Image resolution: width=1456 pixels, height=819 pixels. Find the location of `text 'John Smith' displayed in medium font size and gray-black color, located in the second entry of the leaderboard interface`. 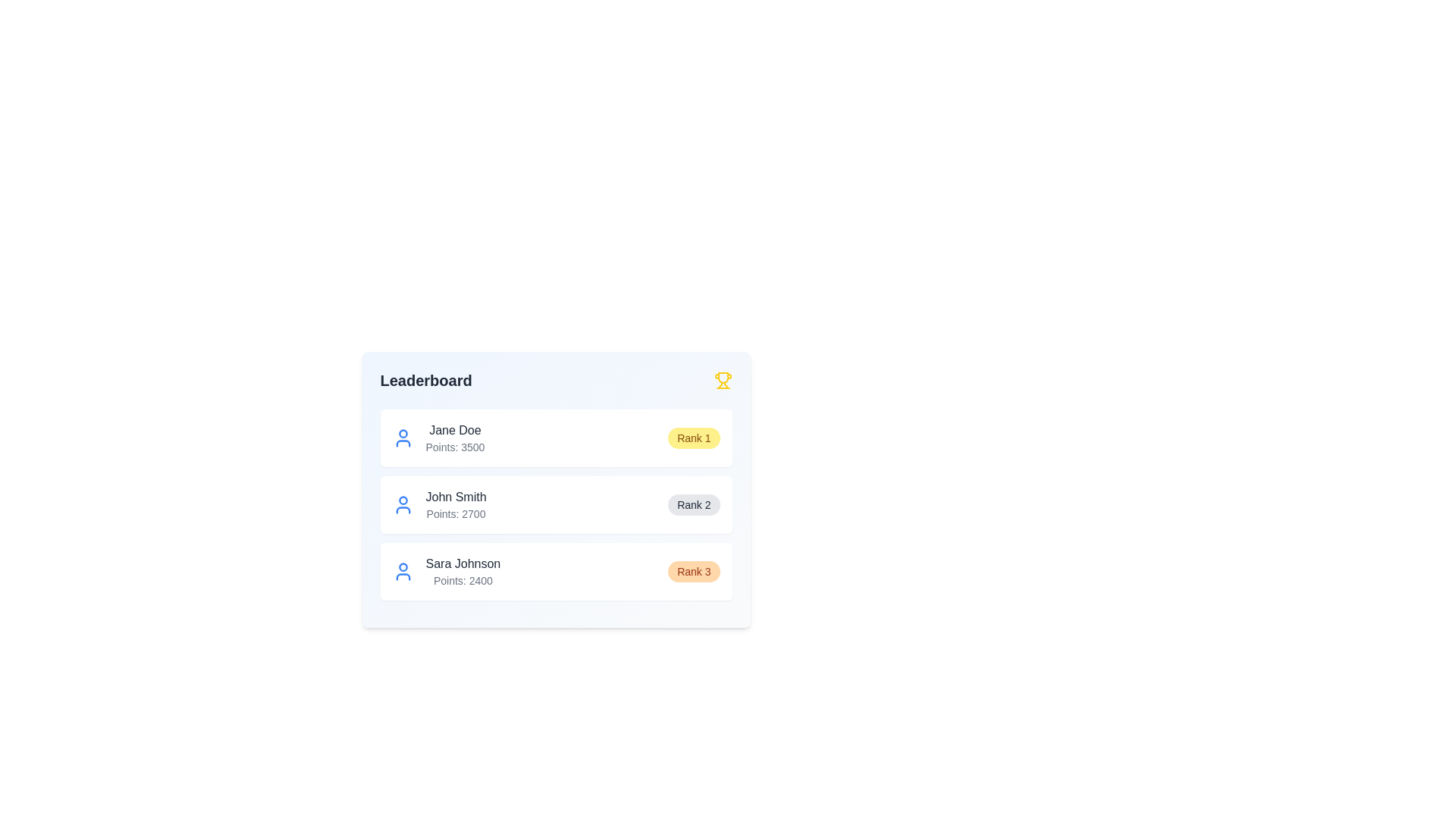

text 'John Smith' displayed in medium font size and gray-black color, located in the second entry of the leaderboard interface is located at coordinates (455, 497).